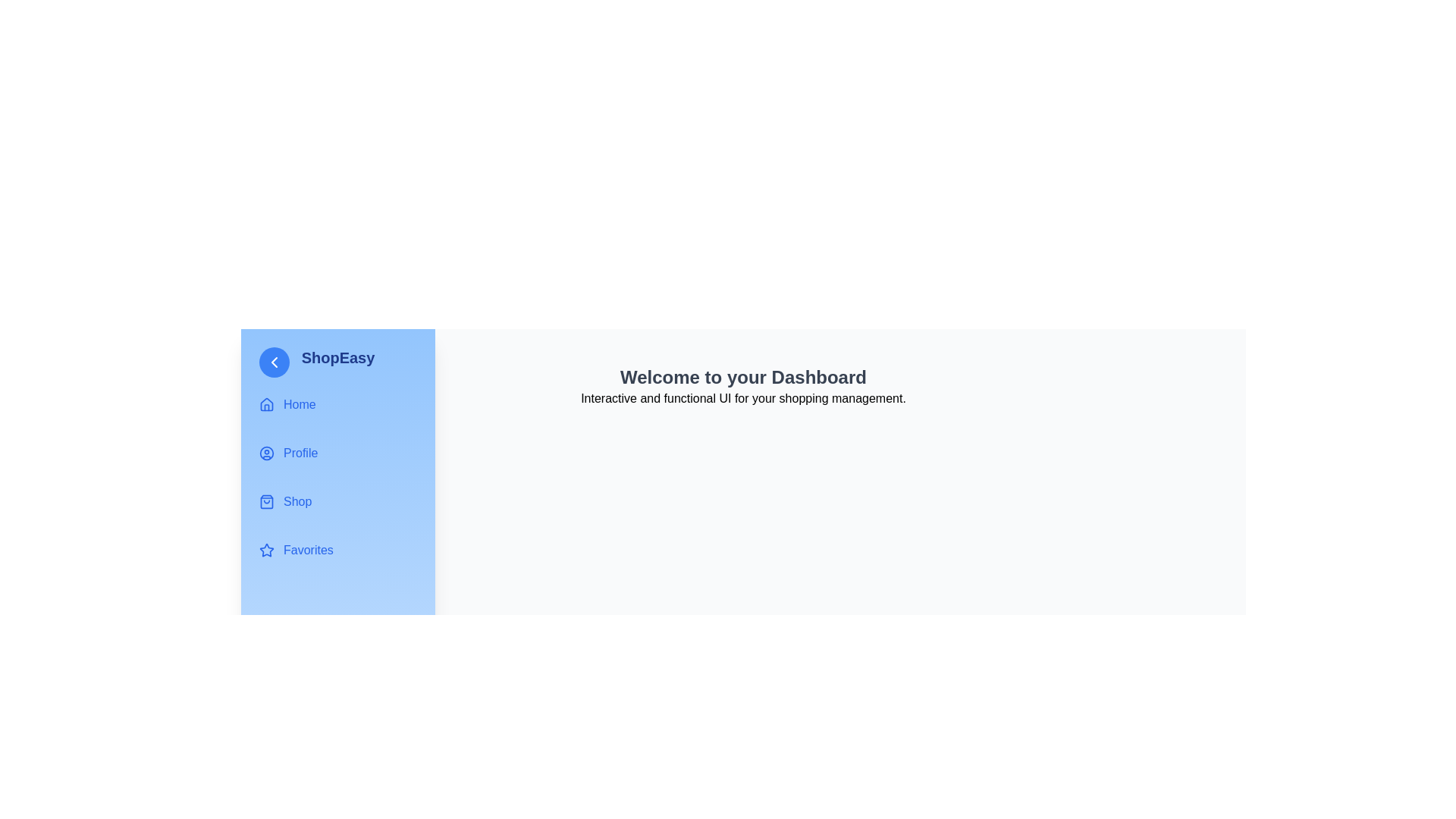 This screenshot has height=819, width=1456. Describe the element at coordinates (274, 362) in the screenshot. I see `the left arrow icon button located at the top-left corner of the sidebar navigation panel` at that location.